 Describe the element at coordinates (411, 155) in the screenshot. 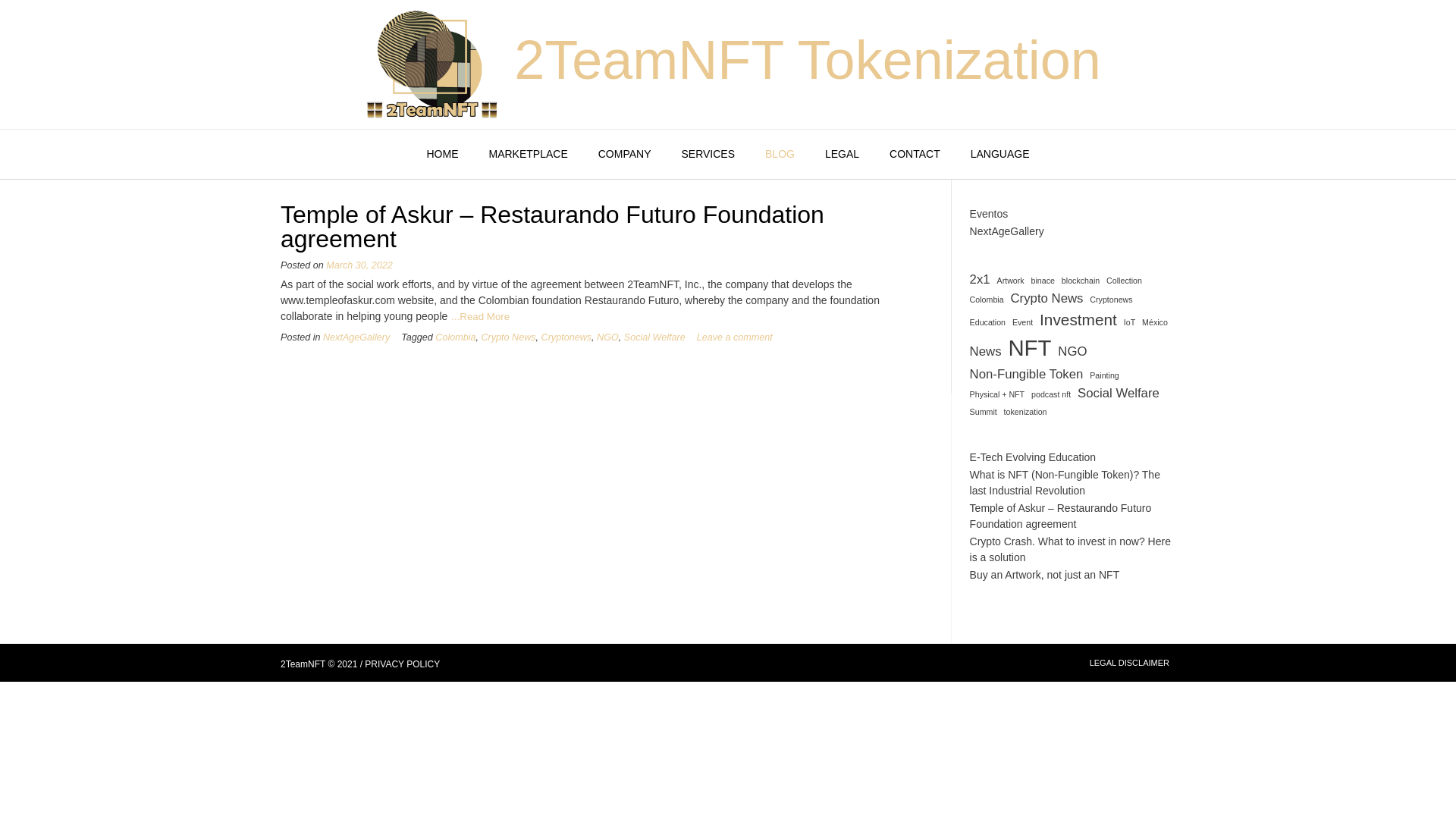

I see `'HOME'` at that location.